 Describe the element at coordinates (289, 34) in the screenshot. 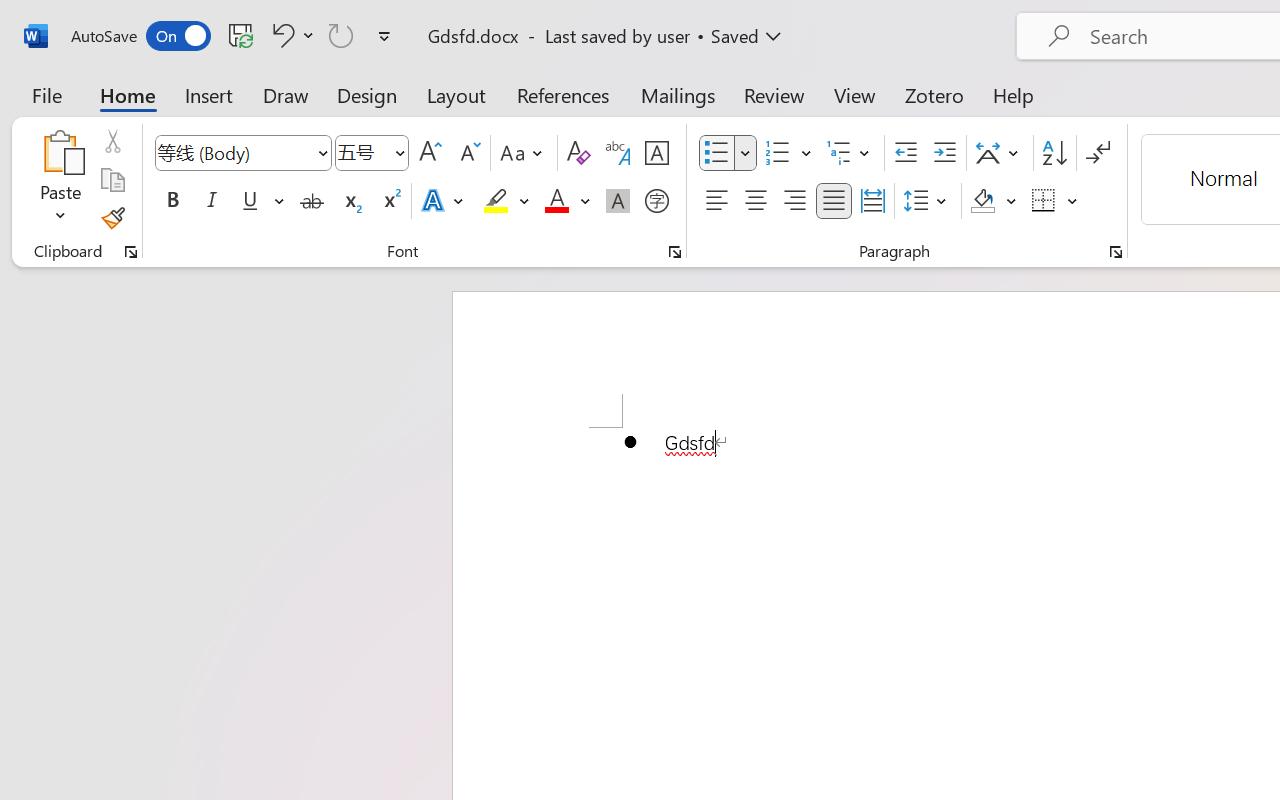

I see `'Undo Bullet Default'` at that location.